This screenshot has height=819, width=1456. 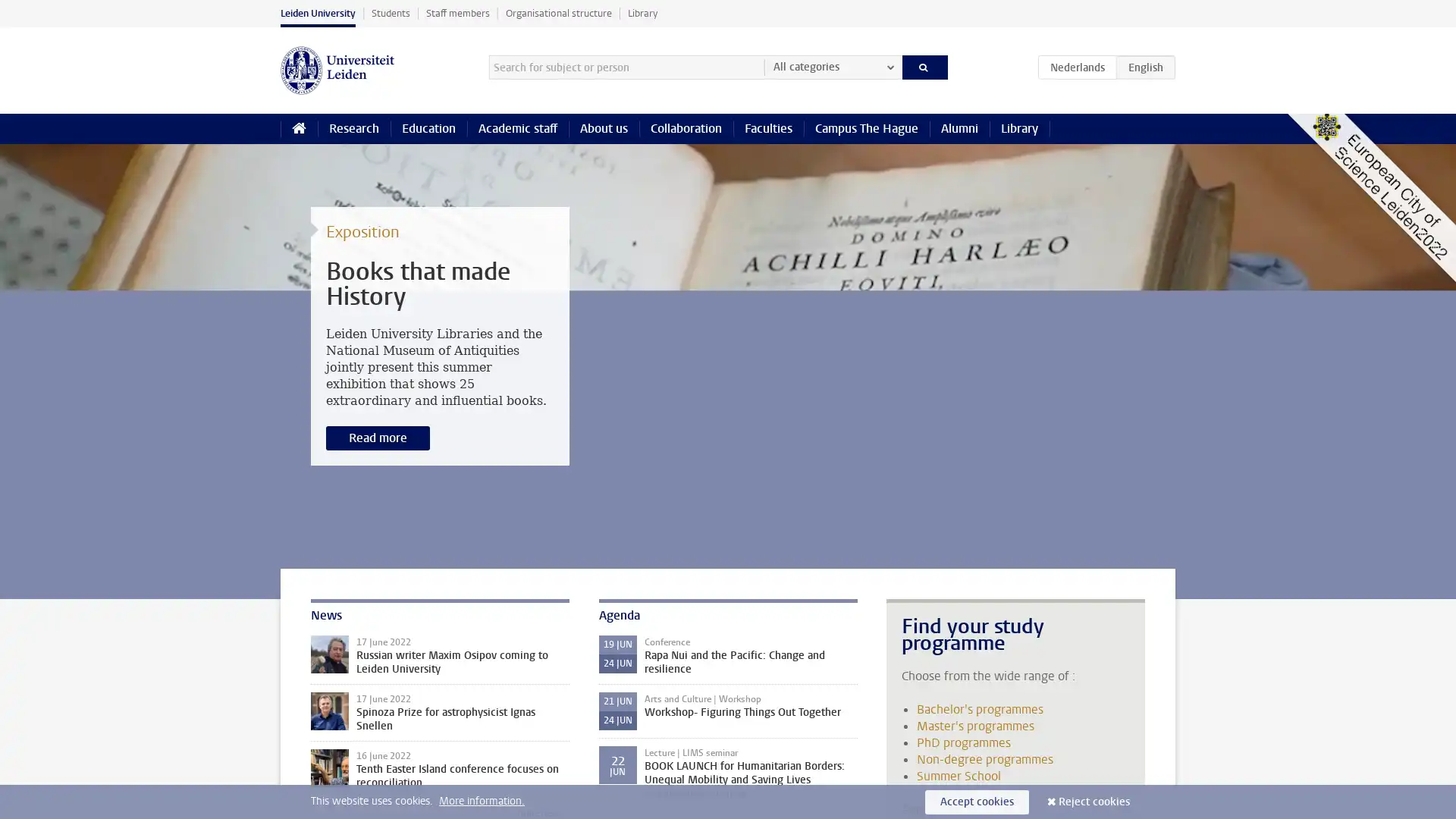 What do you see at coordinates (924, 66) in the screenshot?
I see `Search` at bounding box center [924, 66].